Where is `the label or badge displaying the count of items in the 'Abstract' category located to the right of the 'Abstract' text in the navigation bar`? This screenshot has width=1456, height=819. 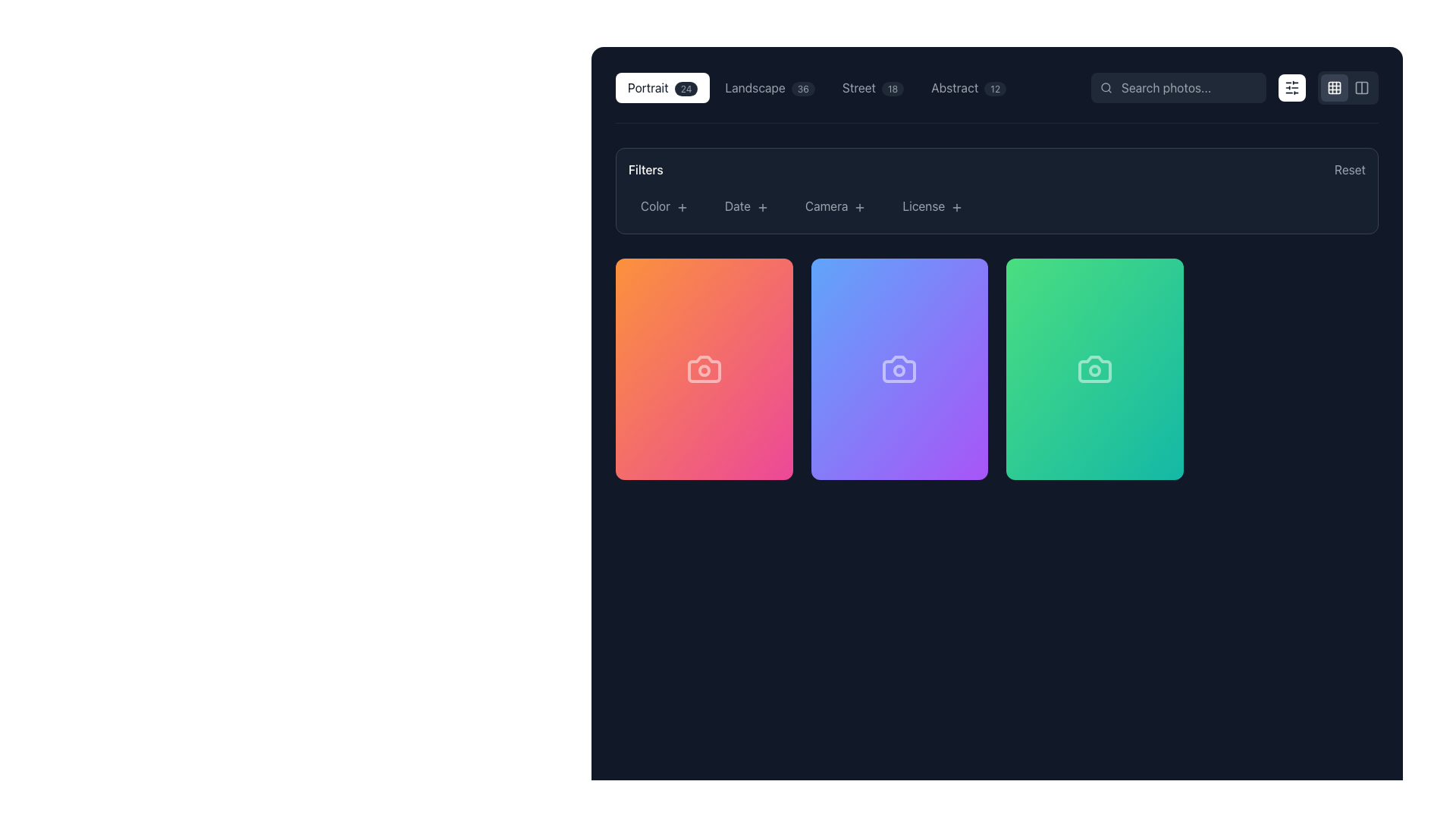
the label or badge displaying the count of items in the 'Abstract' category located to the right of the 'Abstract' text in the navigation bar is located at coordinates (995, 89).